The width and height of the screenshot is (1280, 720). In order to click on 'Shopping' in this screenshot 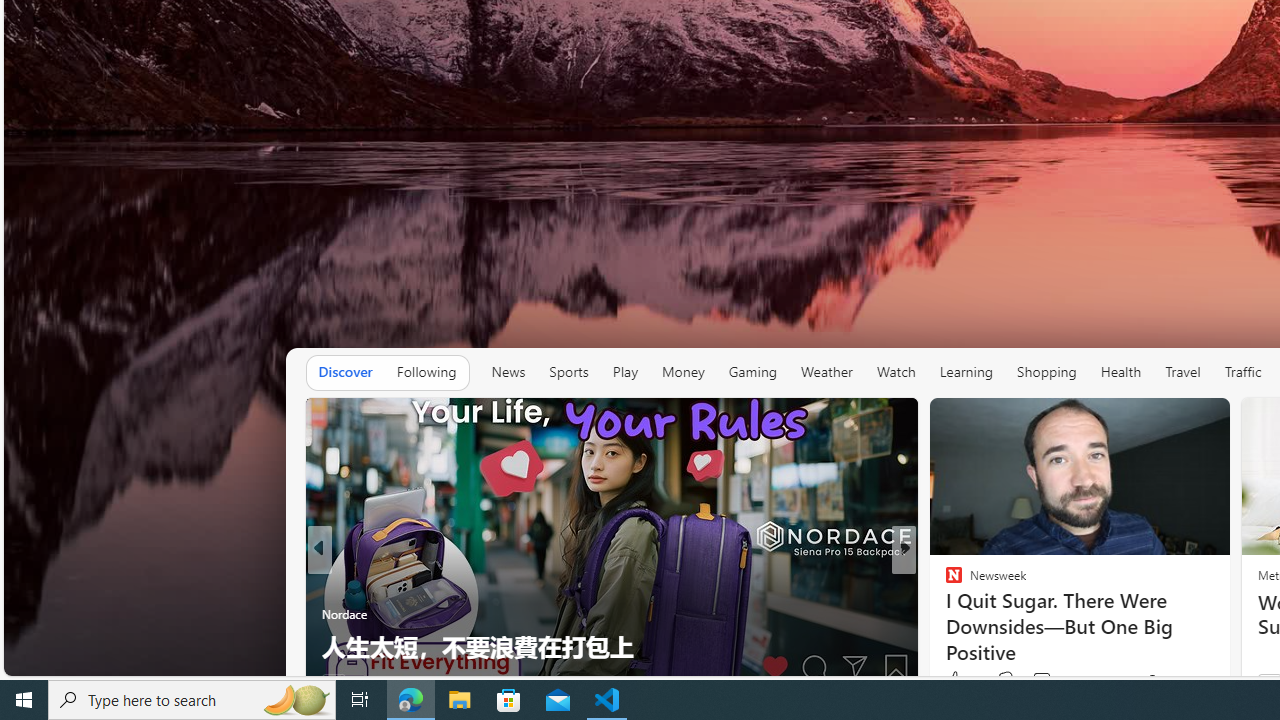, I will do `click(1046, 372)`.